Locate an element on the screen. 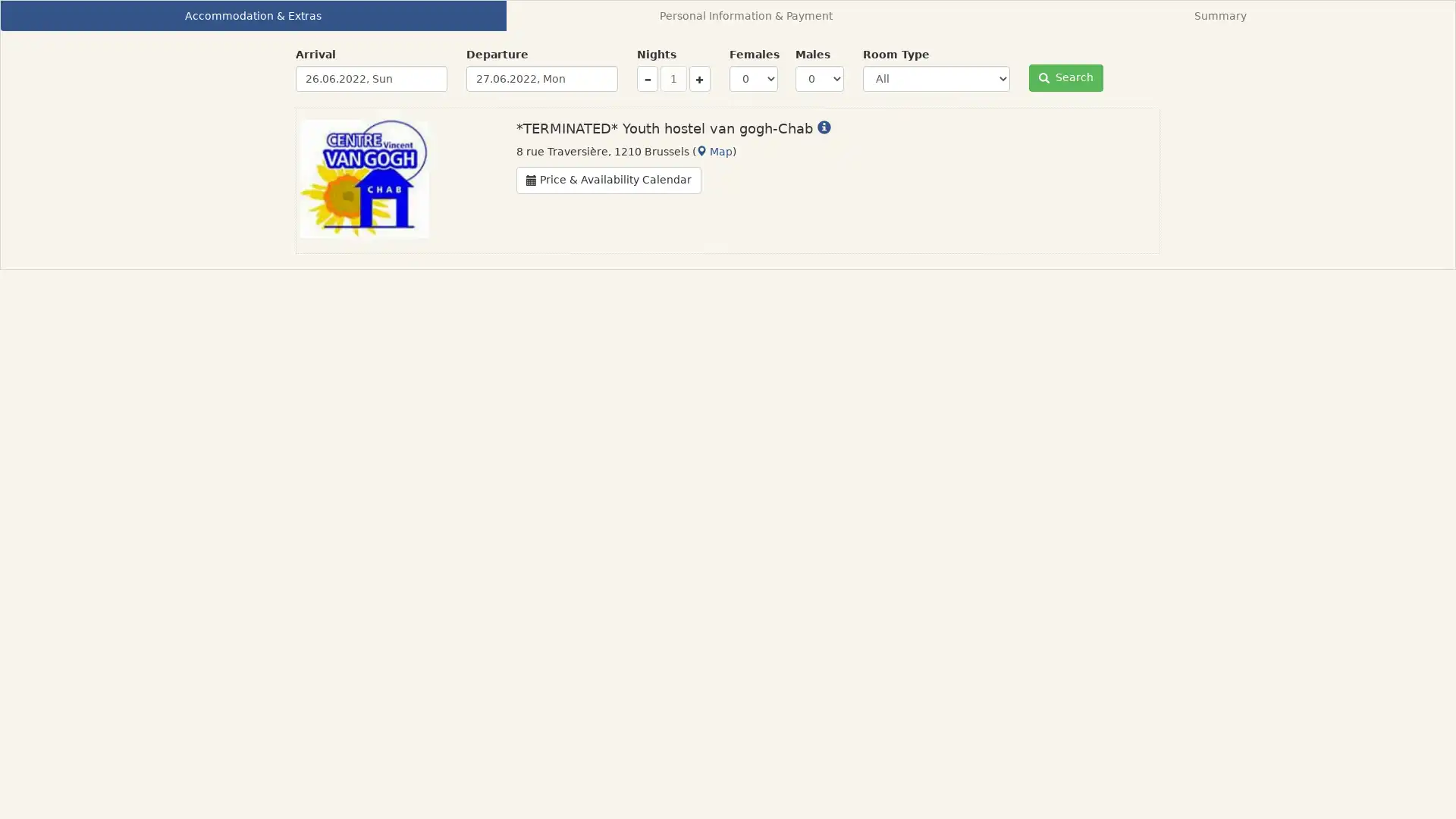 The width and height of the screenshot is (1456, 819). 1 is located at coordinates (673, 79).